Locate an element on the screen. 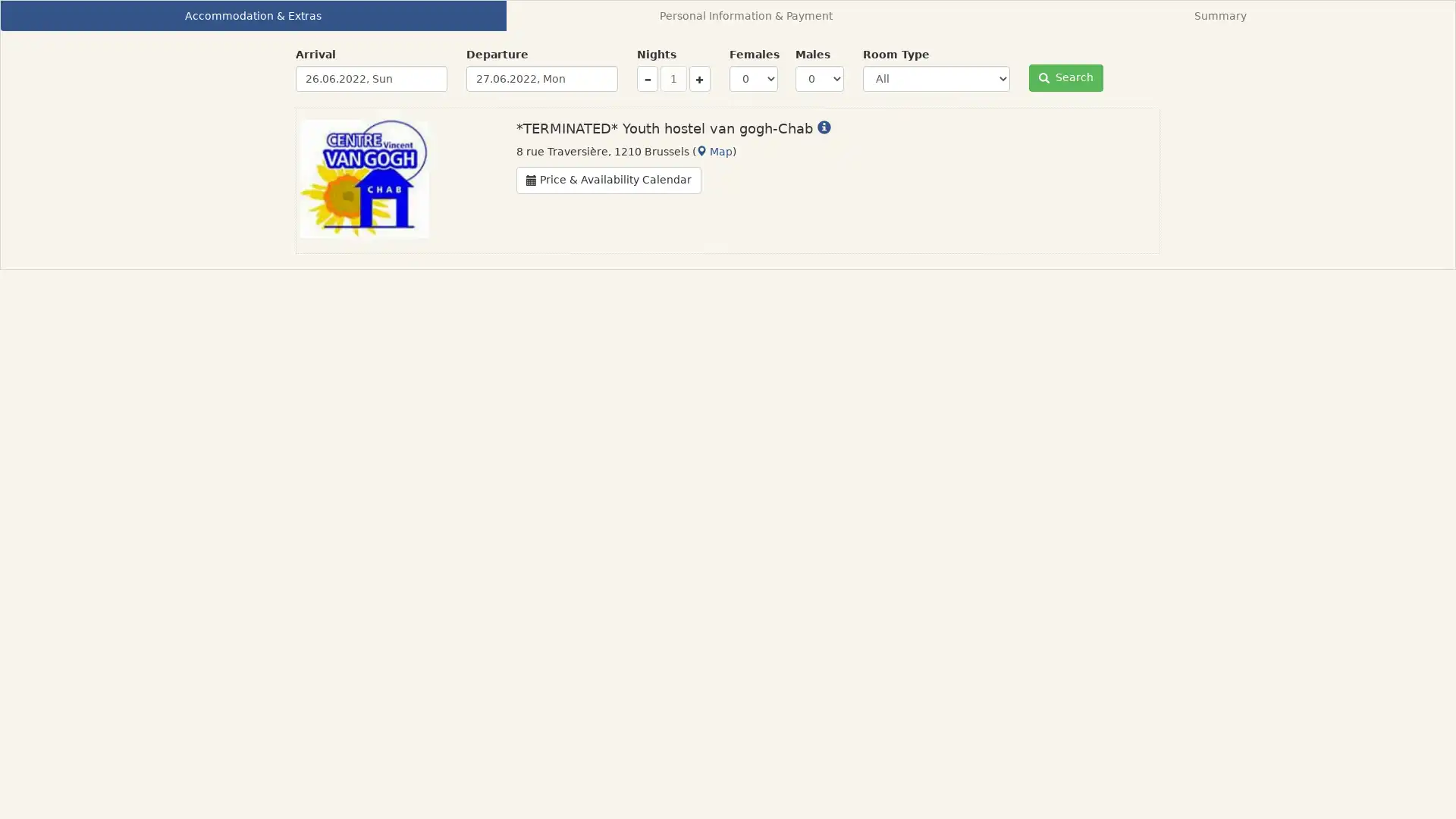 The width and height of the screenshot is (1456, 819). 1 is located at coordinates (673, 79).